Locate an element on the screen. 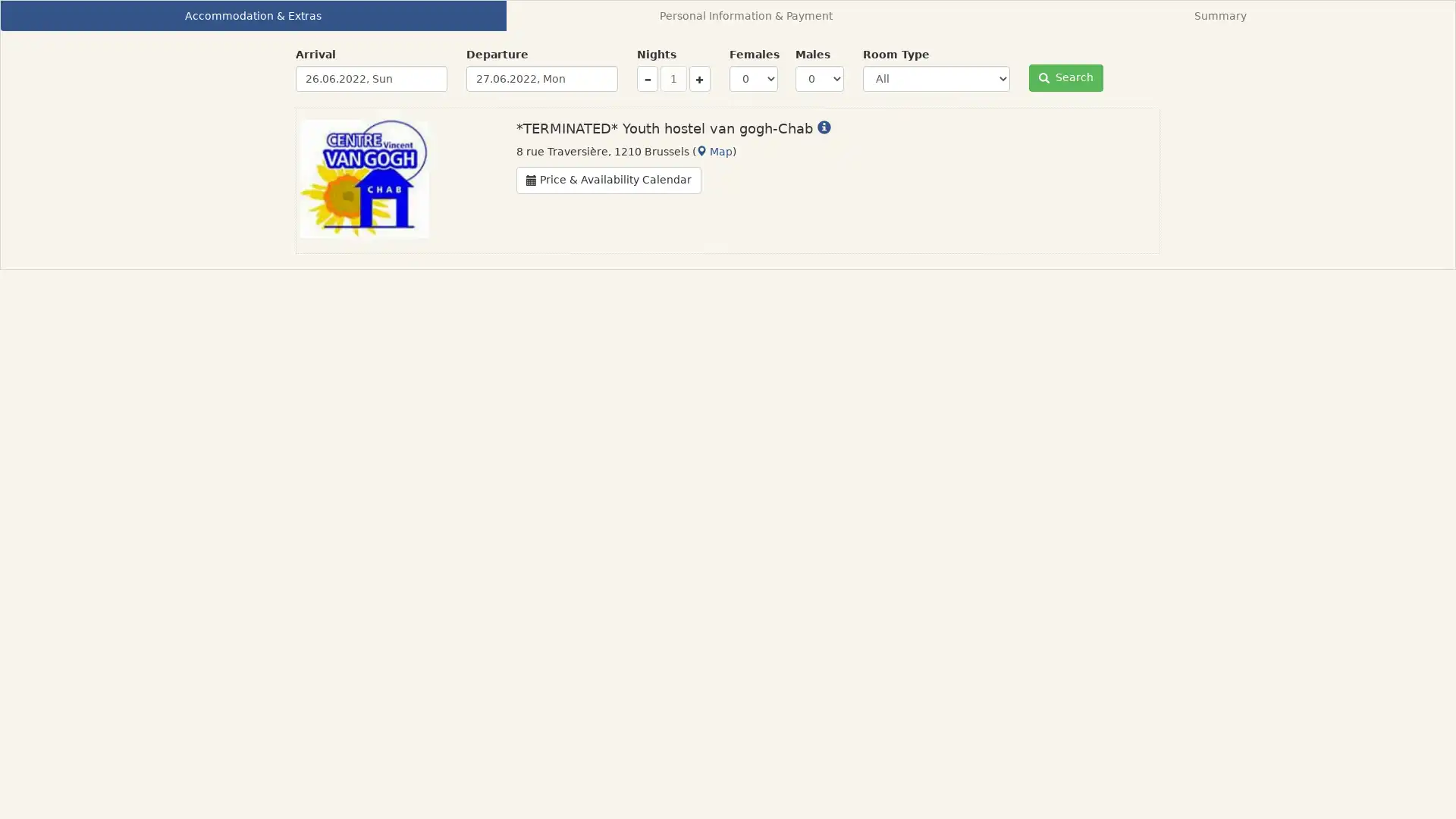 The width and height of the screenshot is (1456, 819). 1 is located at coordinates (673, 79).